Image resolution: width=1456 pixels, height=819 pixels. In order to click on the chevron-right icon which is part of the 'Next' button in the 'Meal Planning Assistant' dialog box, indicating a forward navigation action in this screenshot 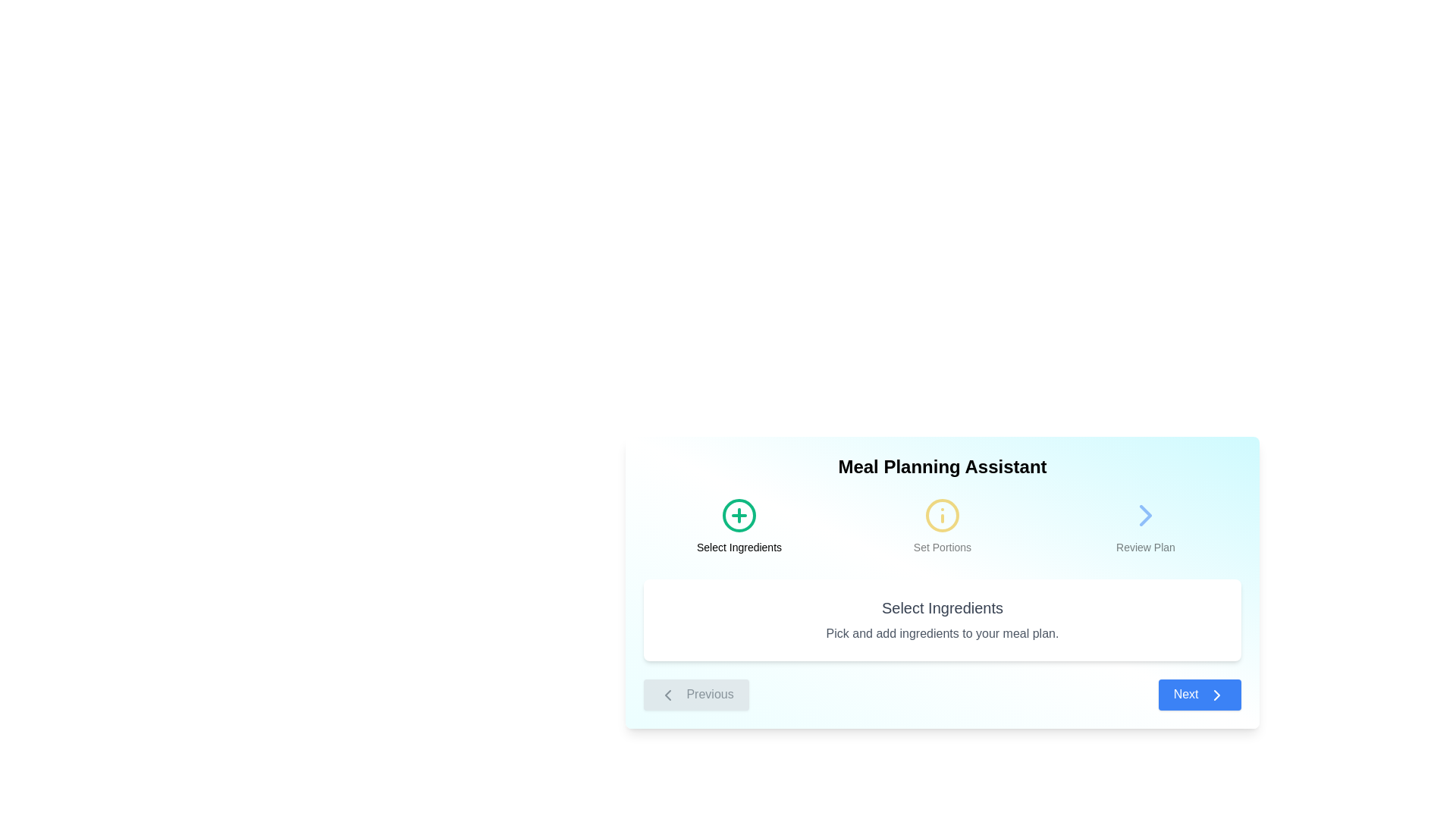, I will do `click(1216, 694)`.